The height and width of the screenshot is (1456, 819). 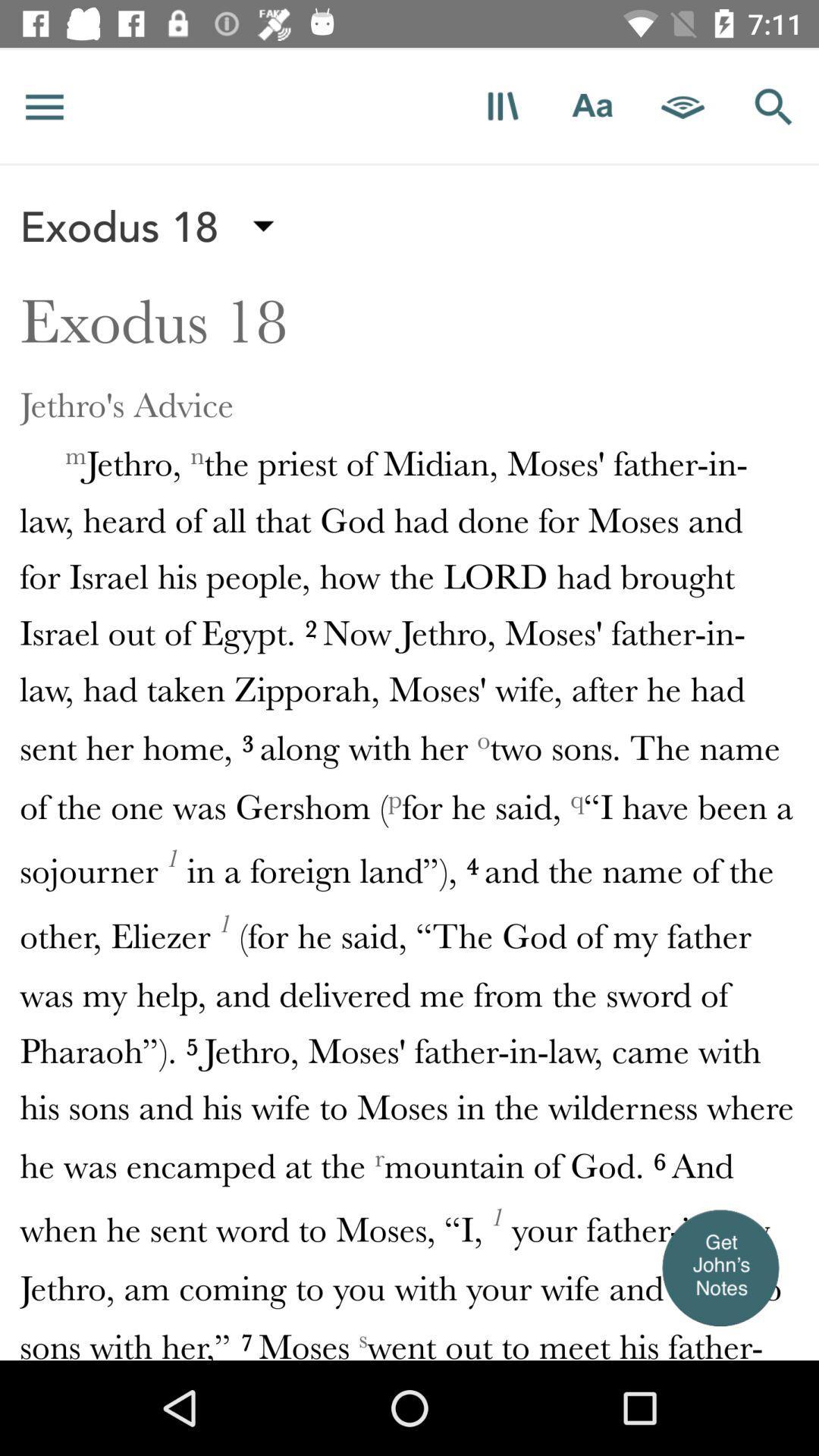 I want to click on new search, so click(x=773, y=105).